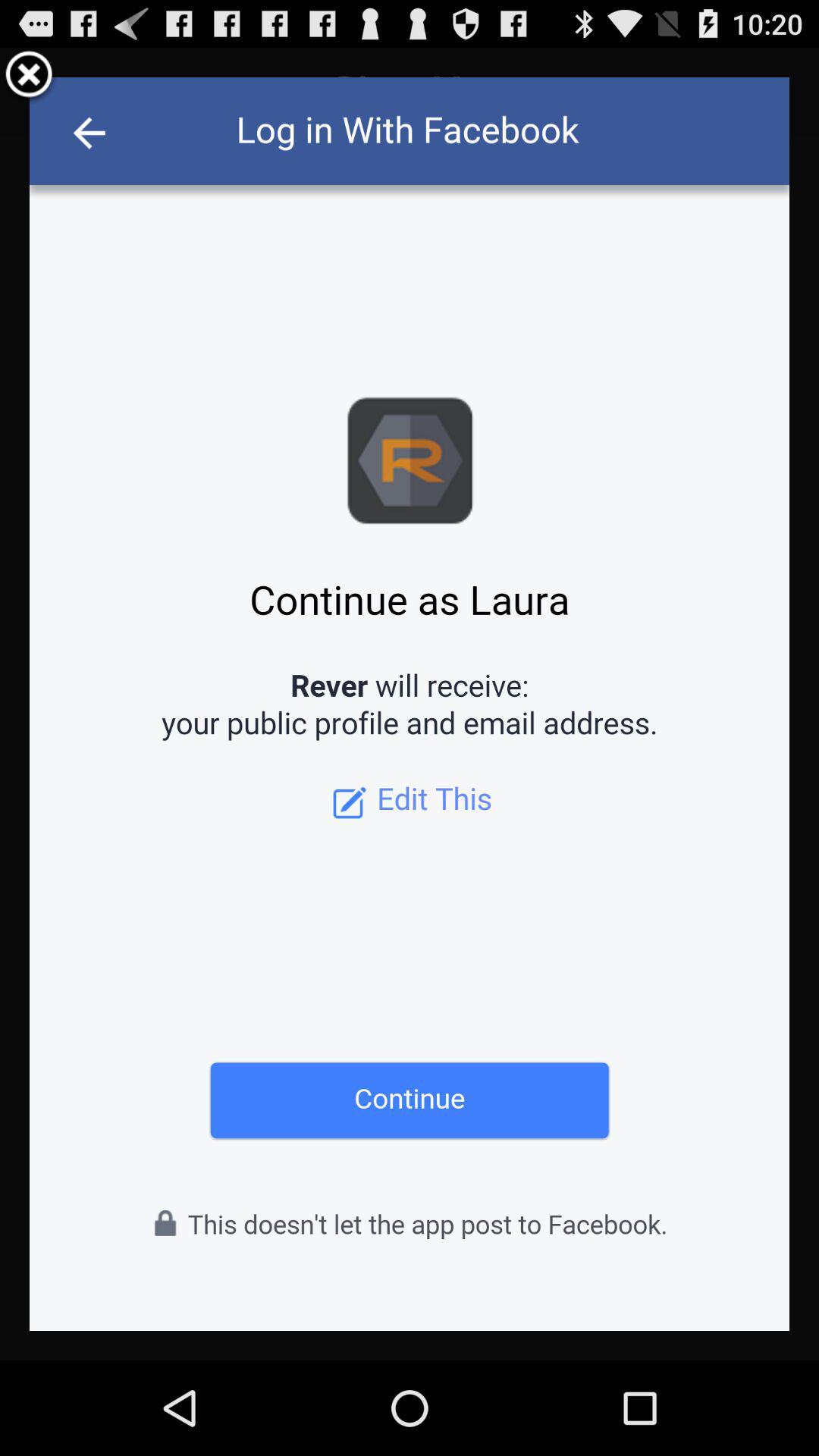 The width and height of the screenshot is (819, 1456). I want to click on x, so click(29, 76).